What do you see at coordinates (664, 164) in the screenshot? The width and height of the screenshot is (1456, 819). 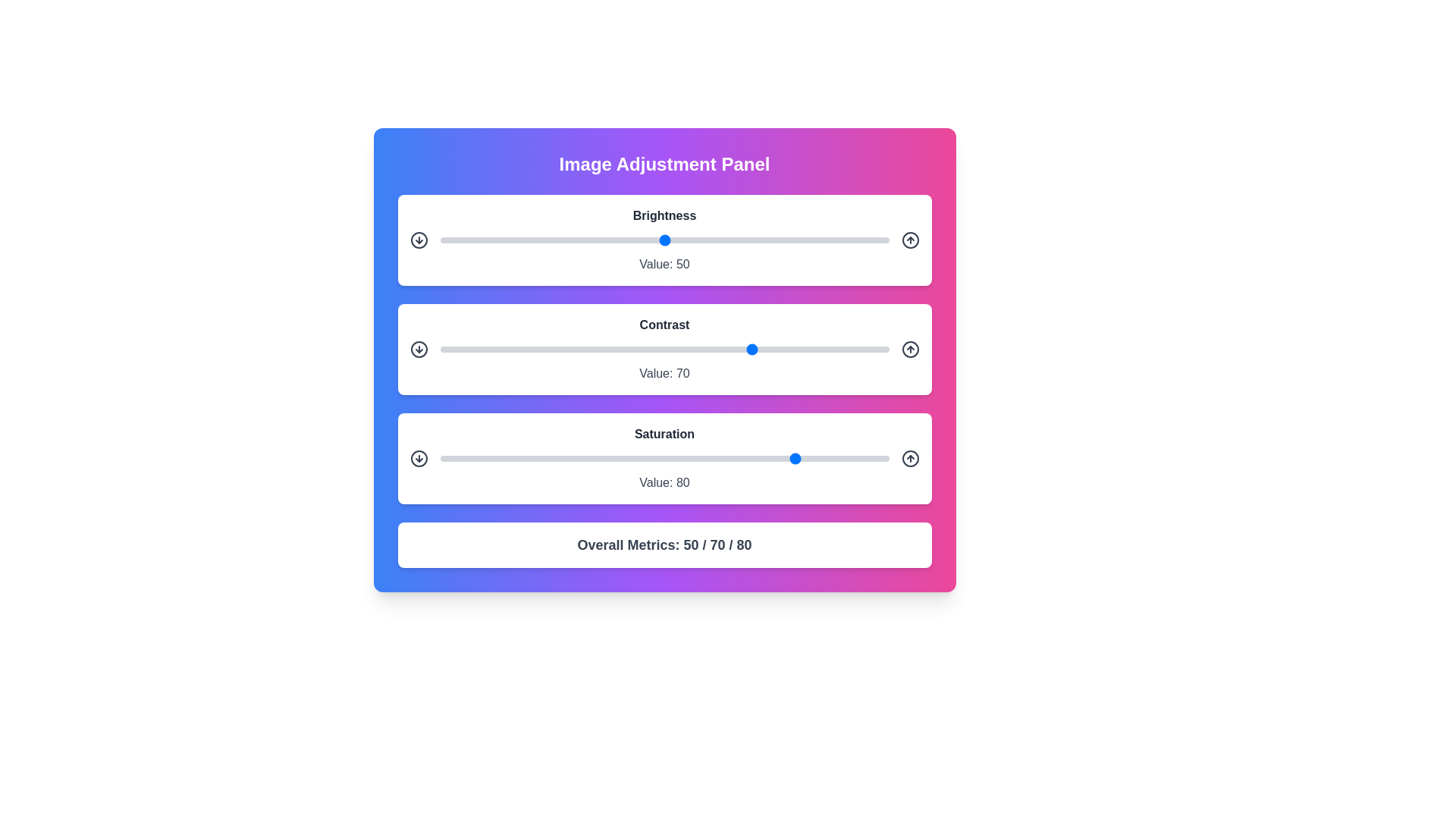 I see `the header labeled 'Image Adjustment Panel' which is styled in bold white text and centered within a gradient background` at bounding box center [664, 164].